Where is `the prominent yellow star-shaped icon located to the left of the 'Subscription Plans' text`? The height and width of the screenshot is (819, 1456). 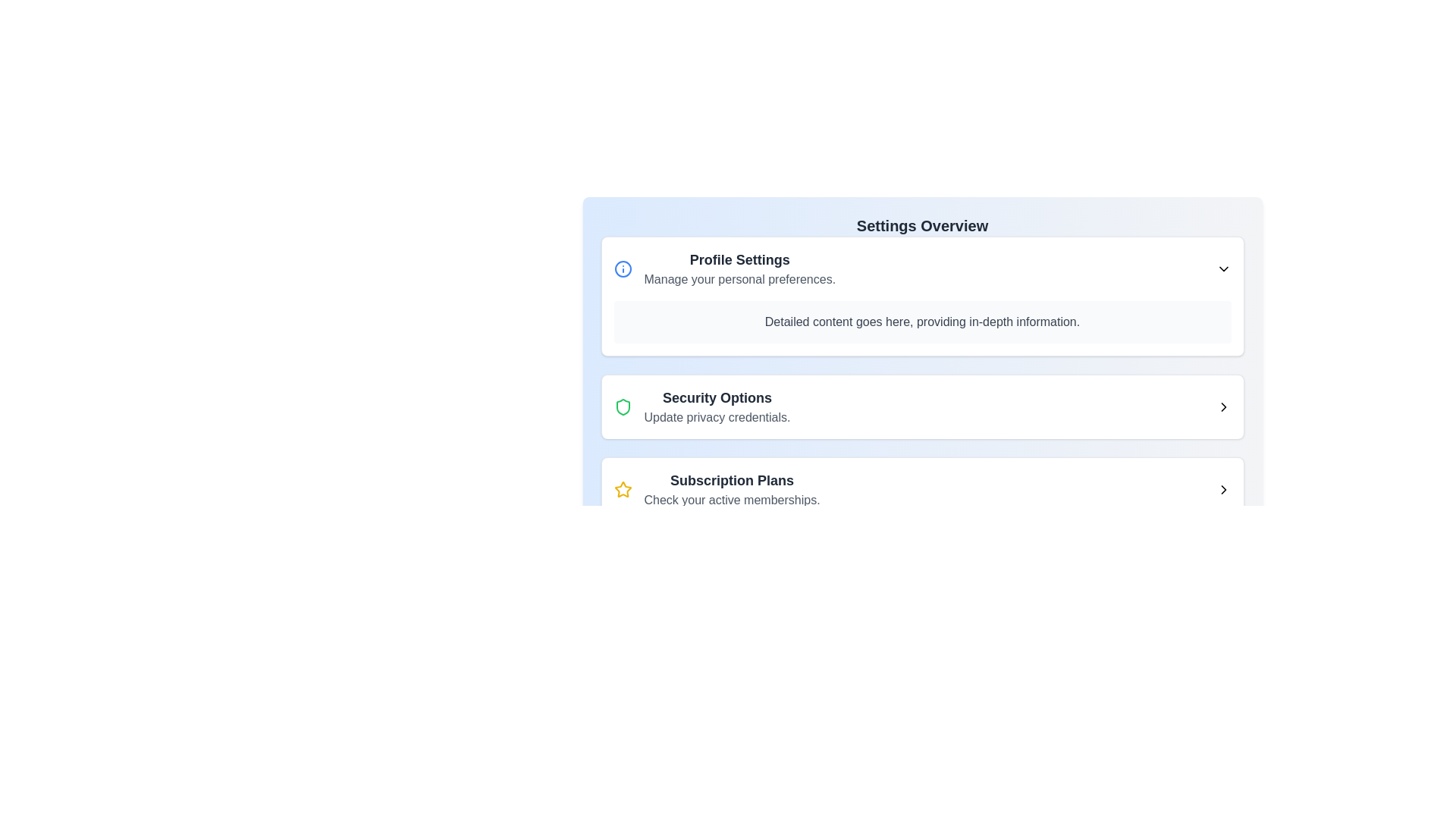 the prominent yellow star-shaped icon located to the left of the 'Subscription Plans' text is located at coordinates (623, 489).